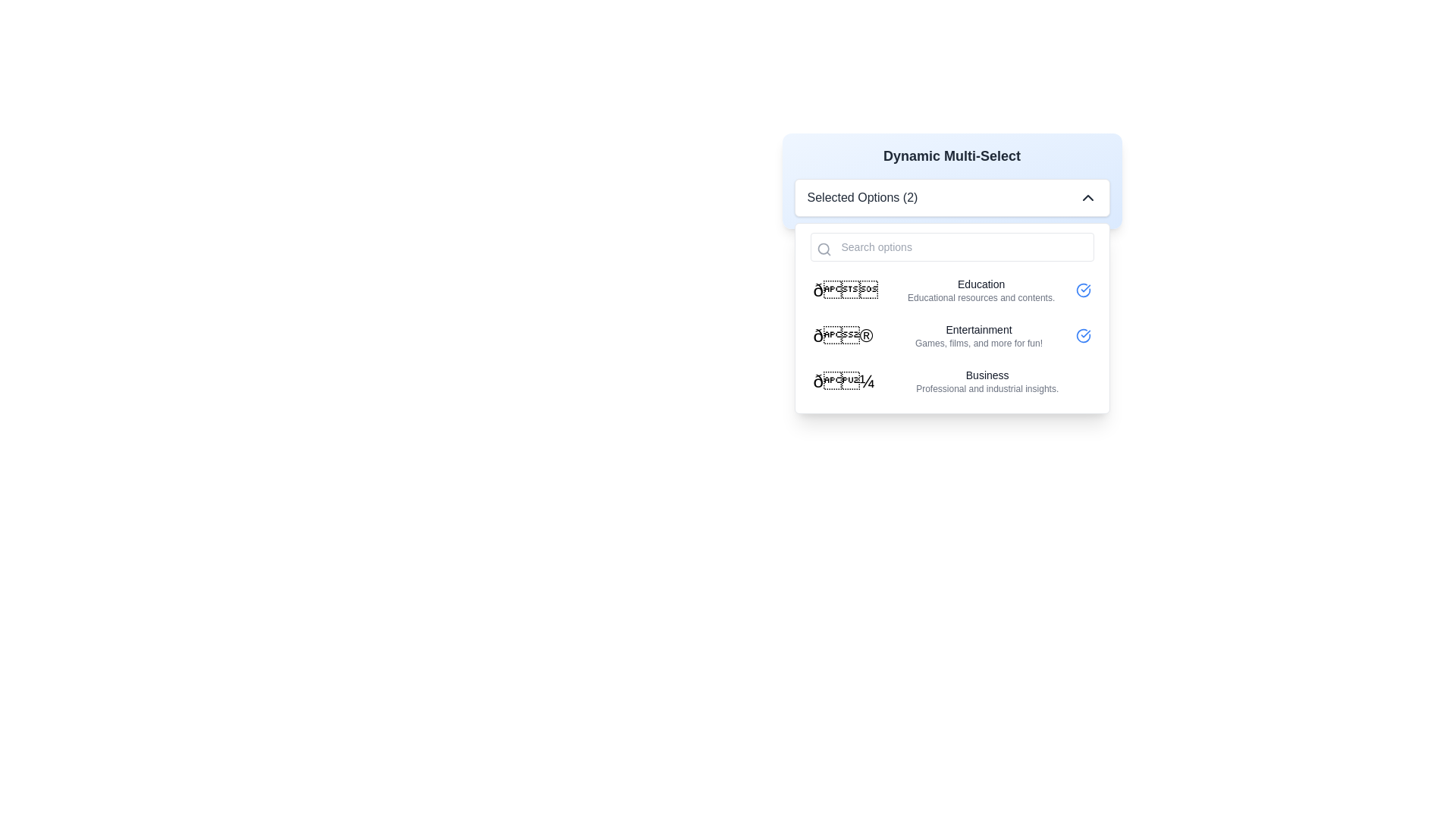 Image resolution: width=1456 pixels, height=819 pixels. What do you see at coordinates (1087, 197) in the screenshot?
I see `the downward-facing chevron icon button located in the top-right corner of the 'Selected Options (2)' input box` at bounding box center [1087, 197].